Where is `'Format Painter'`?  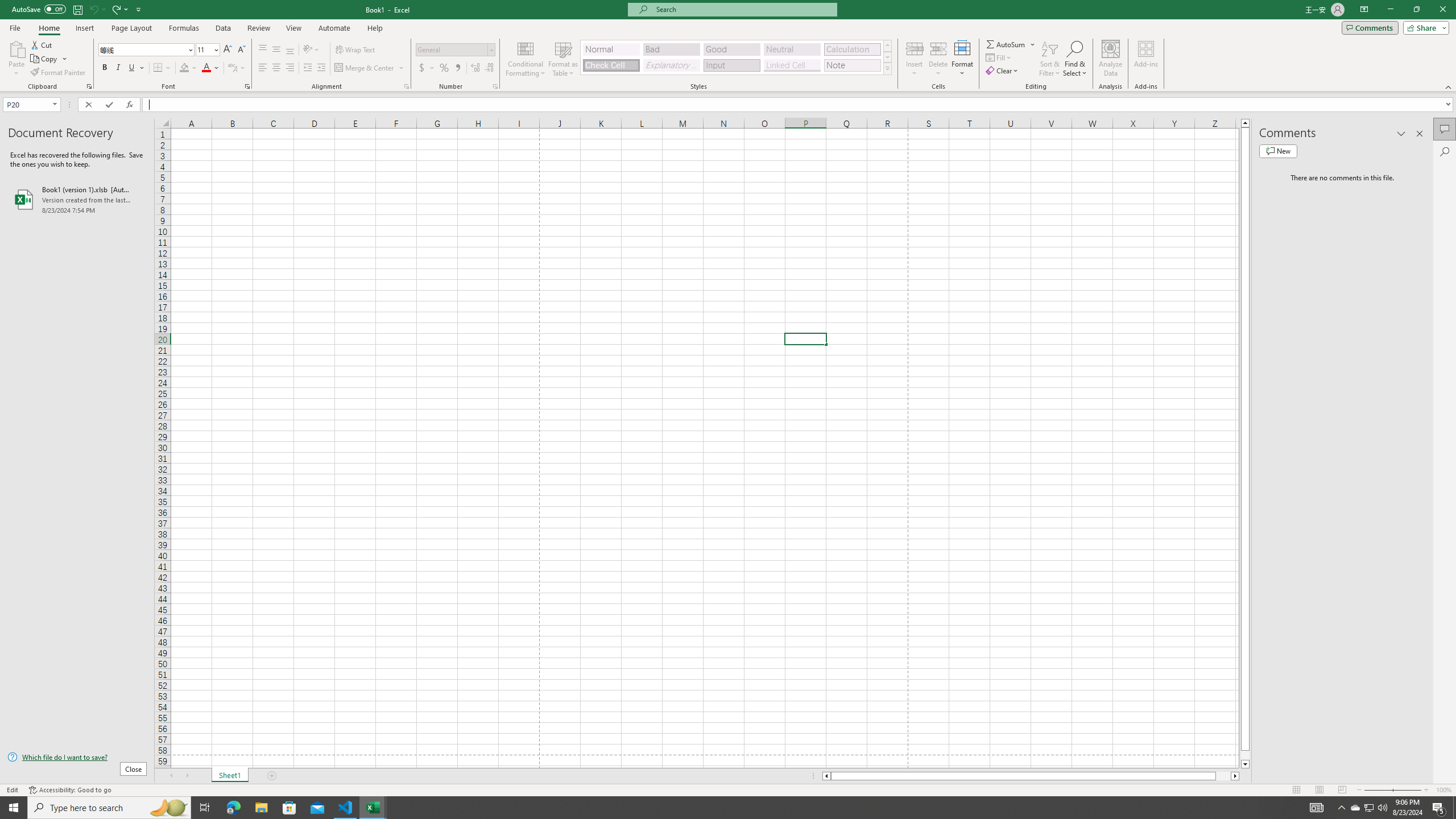 'Format Painter' is located at coordinates (58, 72).